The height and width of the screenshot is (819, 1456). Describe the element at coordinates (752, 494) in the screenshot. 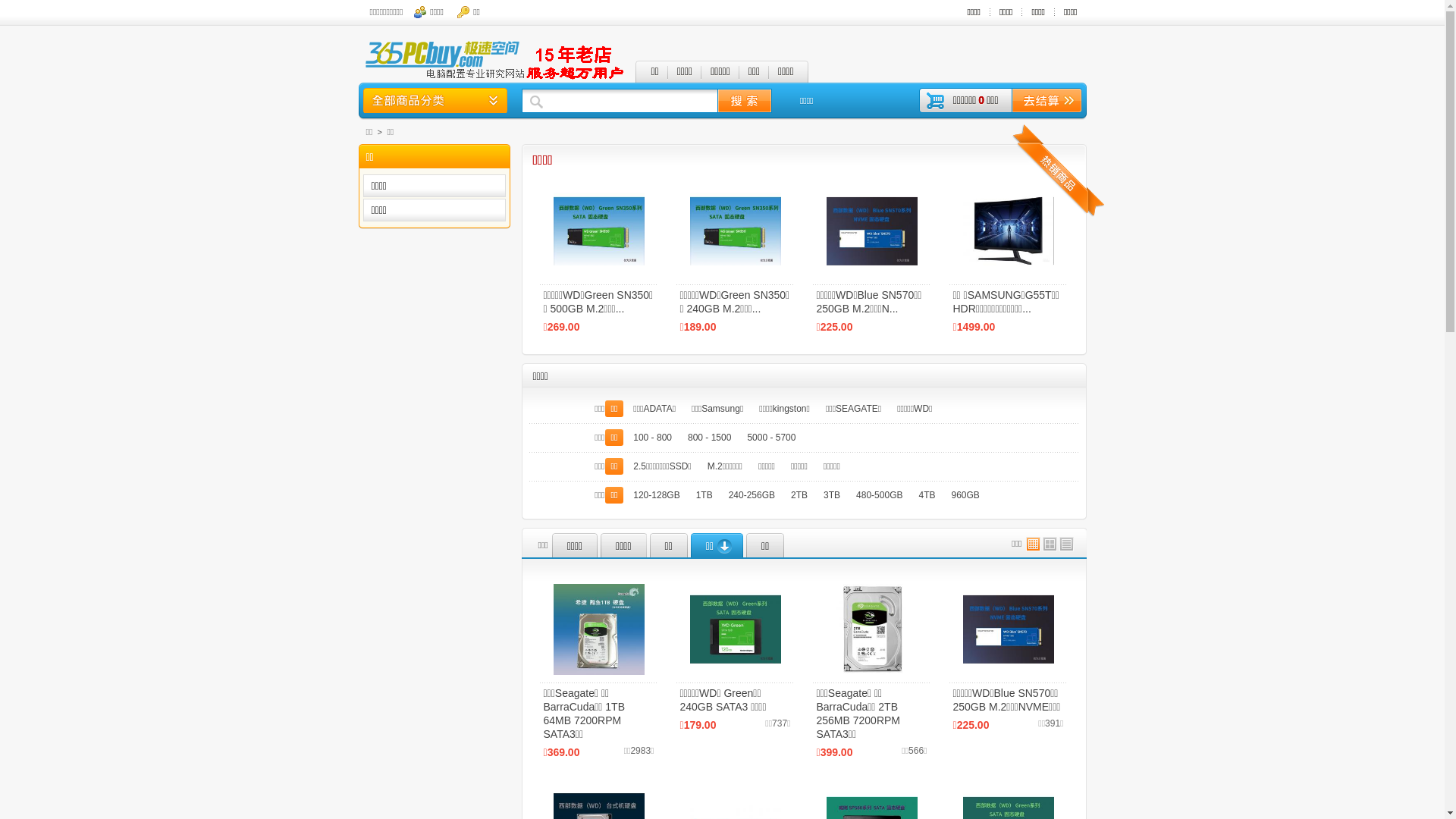

I see `'240-256GB'` at that location.